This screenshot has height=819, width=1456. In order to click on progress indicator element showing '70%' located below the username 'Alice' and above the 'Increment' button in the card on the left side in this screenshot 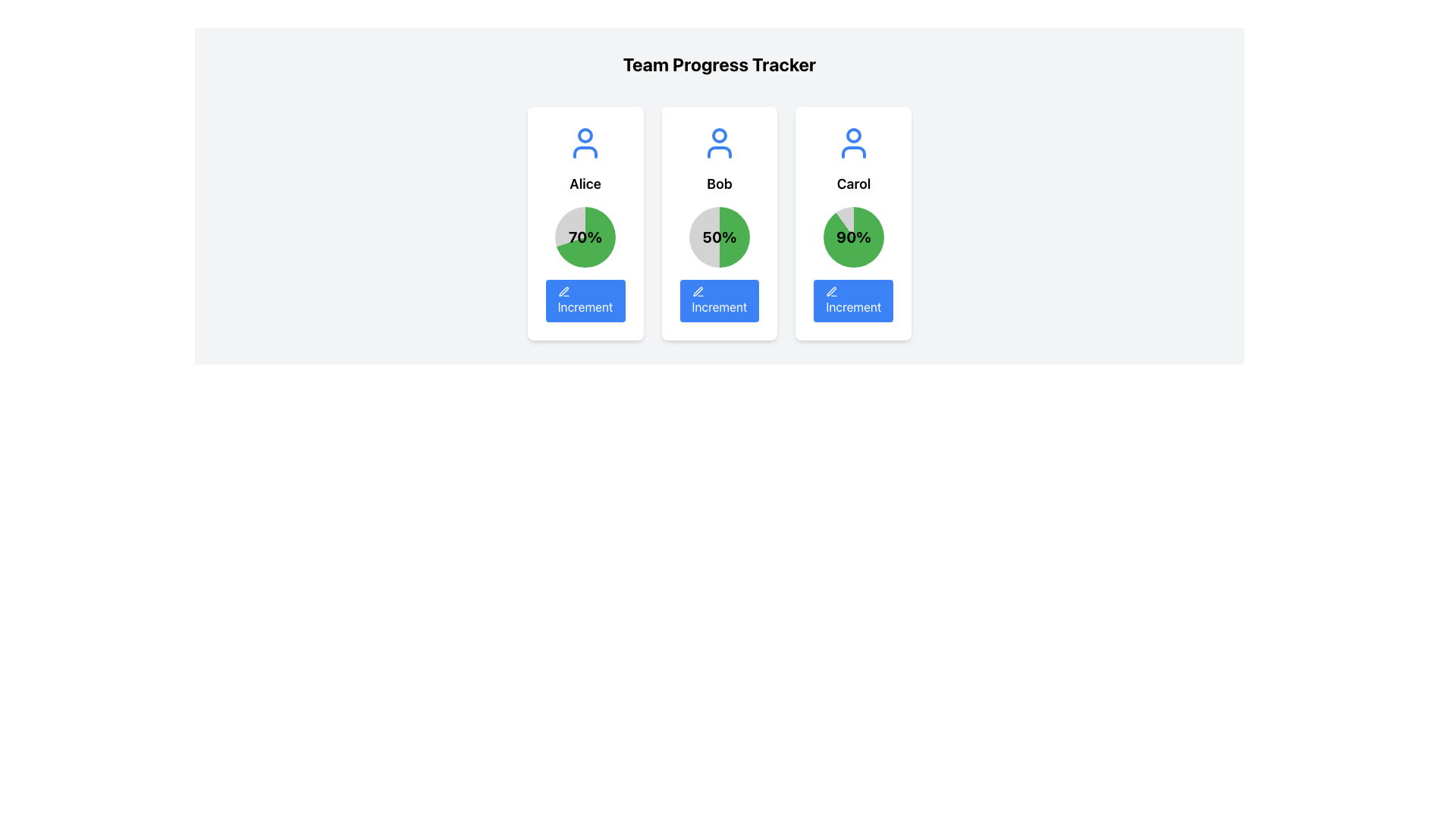, I will do `click(585, 237)`.